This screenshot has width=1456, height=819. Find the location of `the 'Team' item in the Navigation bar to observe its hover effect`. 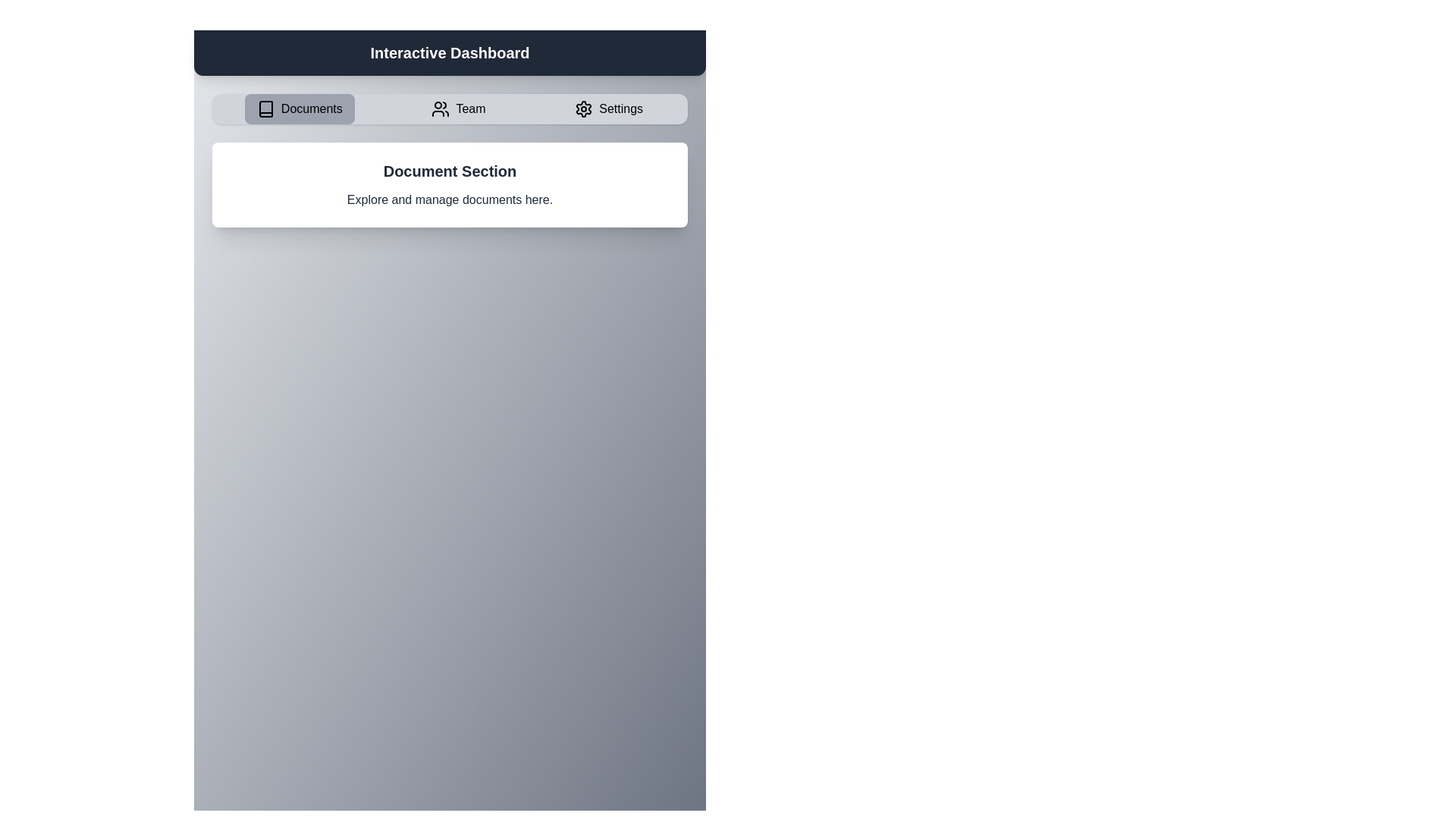

the 'Team' item in the Navigation bar to observe its hover effect is located at coordinates (449, 108).